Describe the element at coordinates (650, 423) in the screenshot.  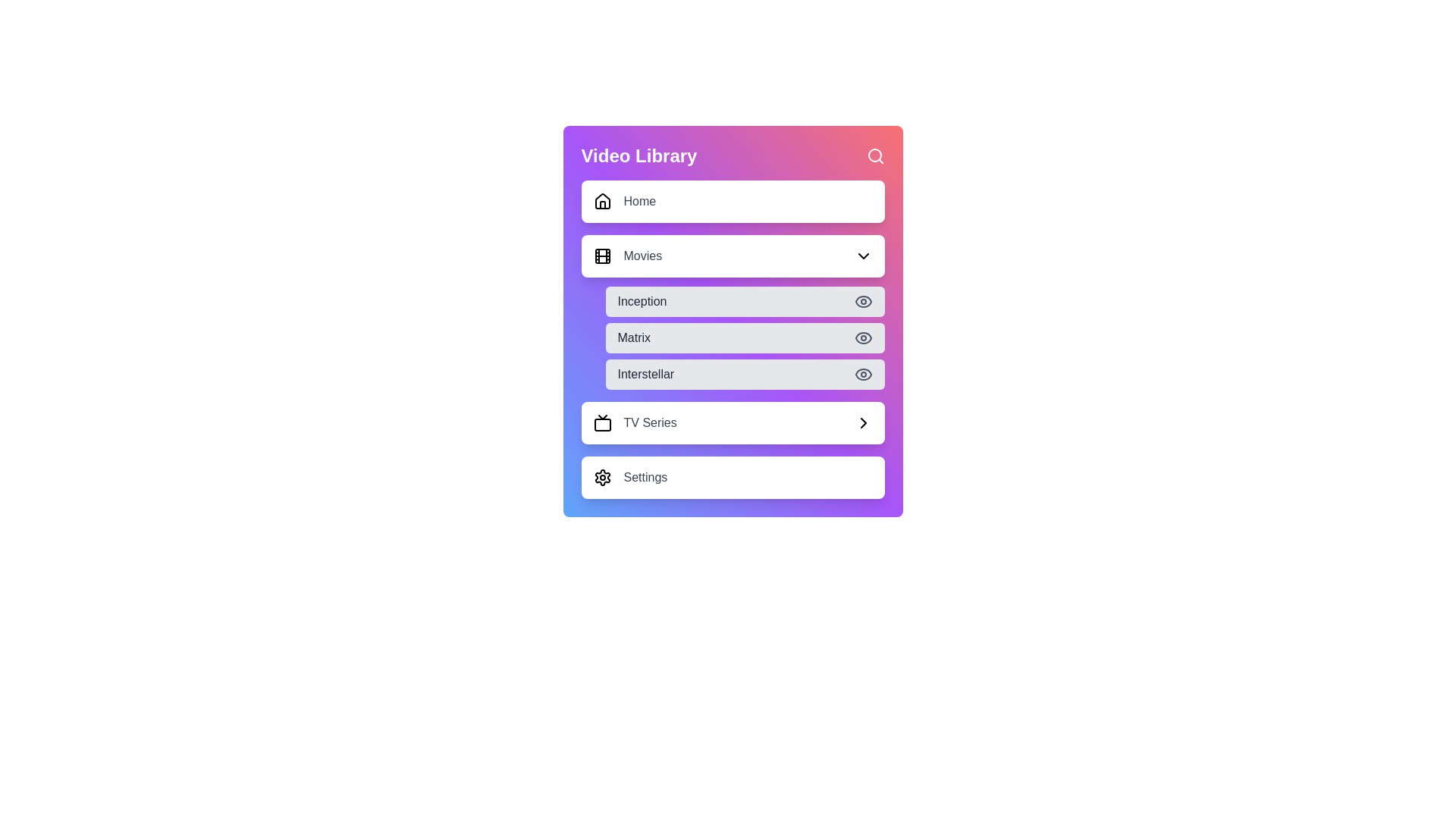
I see `the text label indicating the TV Series menu option, which is the fifth option below the 'Video Library' header` at that location.